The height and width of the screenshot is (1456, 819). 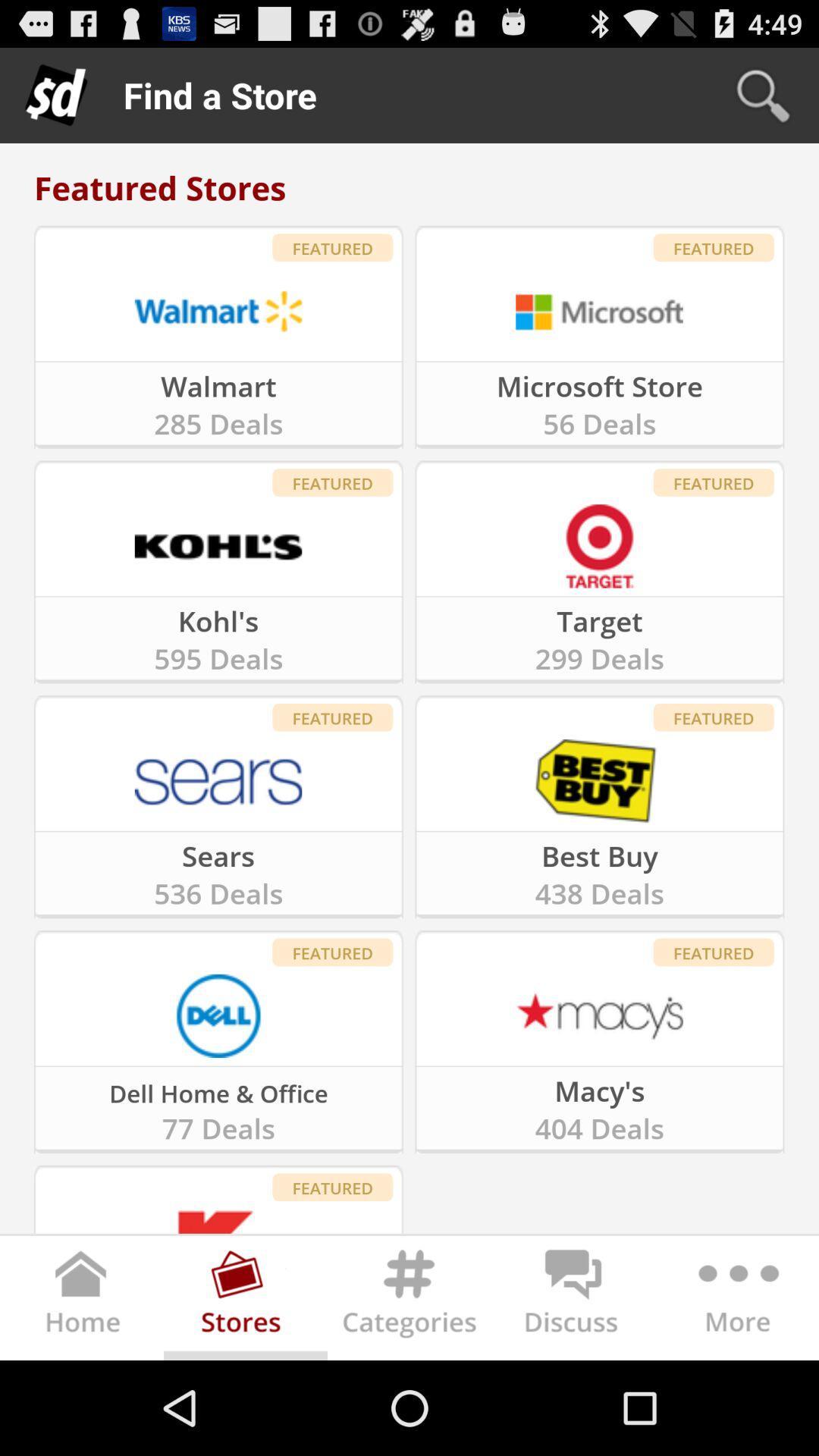 I want to click on open stores, so click(x=245, y=1301).